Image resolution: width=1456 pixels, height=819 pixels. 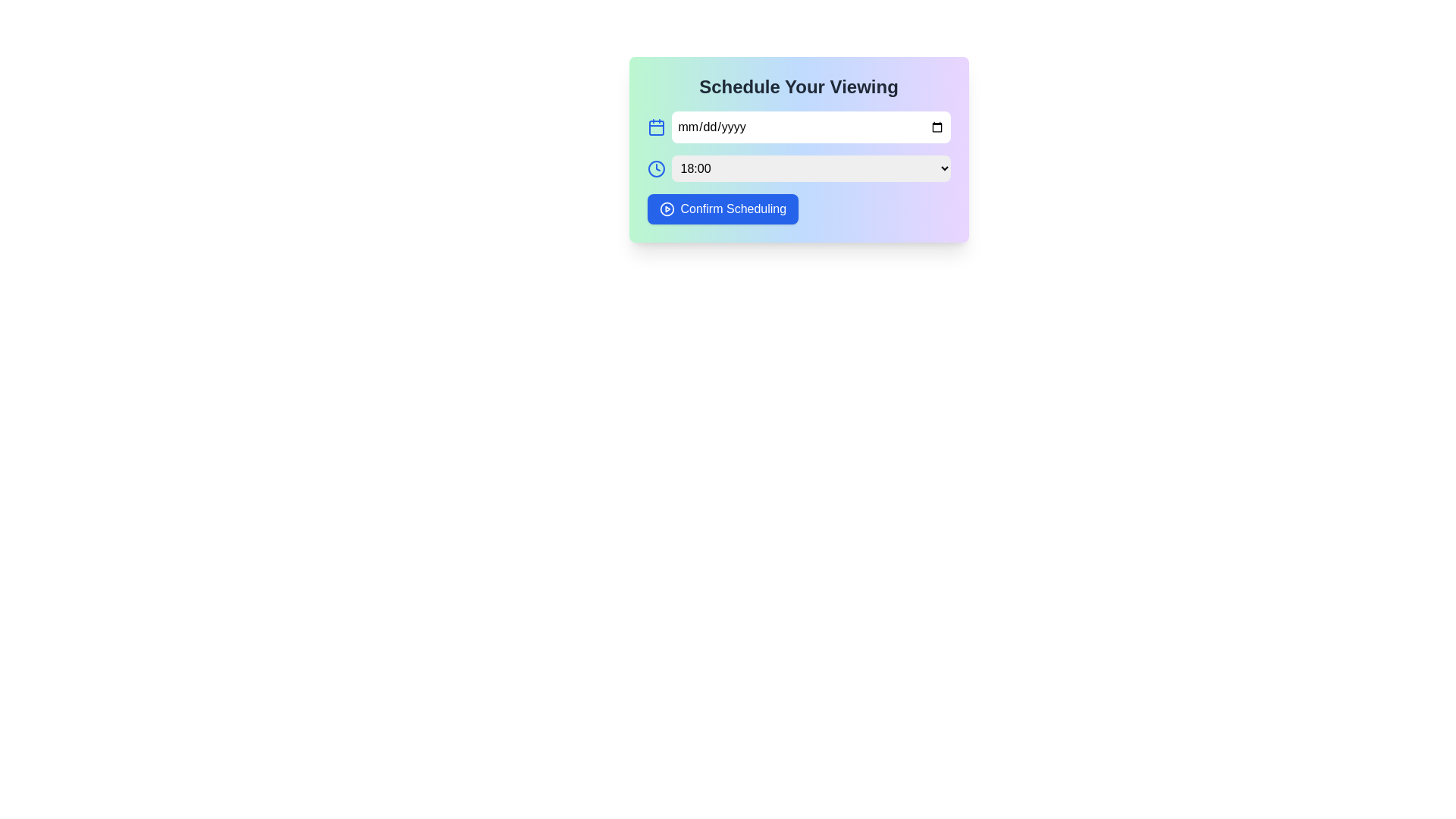 What do you see at coordinates (667, 209) in the screenshot?
I see `the circular play icon with a triangular play button in its center, which is located to the left of the blue 'Confirm Scheduling' button` at bounding box center [667, 209].